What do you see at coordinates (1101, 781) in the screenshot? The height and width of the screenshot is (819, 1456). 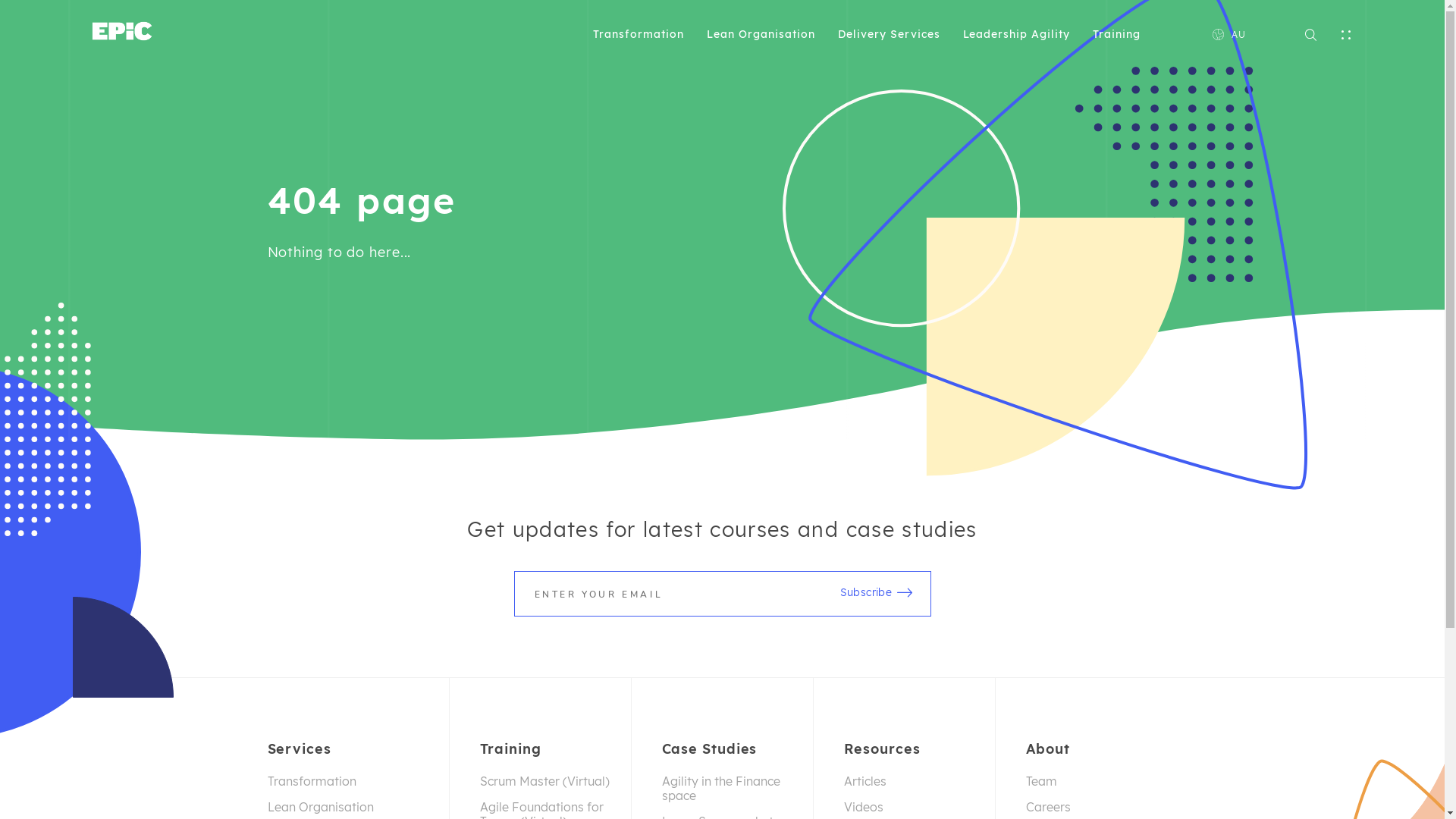 I see `'Team'` at bounding box center [1101, 781].